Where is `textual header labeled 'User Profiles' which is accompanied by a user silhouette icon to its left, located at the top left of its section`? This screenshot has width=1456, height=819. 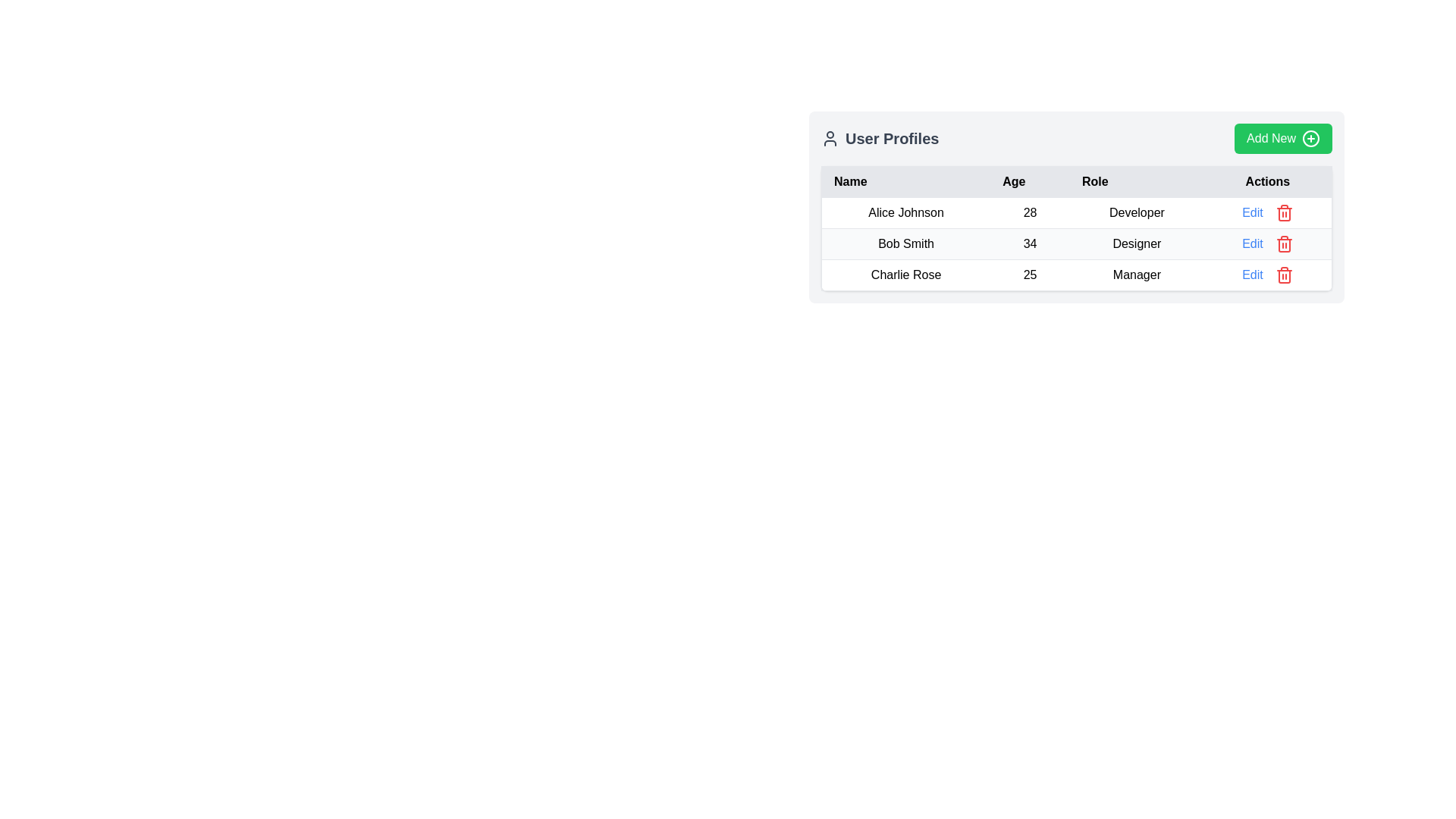 textual header labeled 'User Profiles' which is accompanied by a user silhouette icon to its left, located at the top left of its section is located at coordinates (880, 138).